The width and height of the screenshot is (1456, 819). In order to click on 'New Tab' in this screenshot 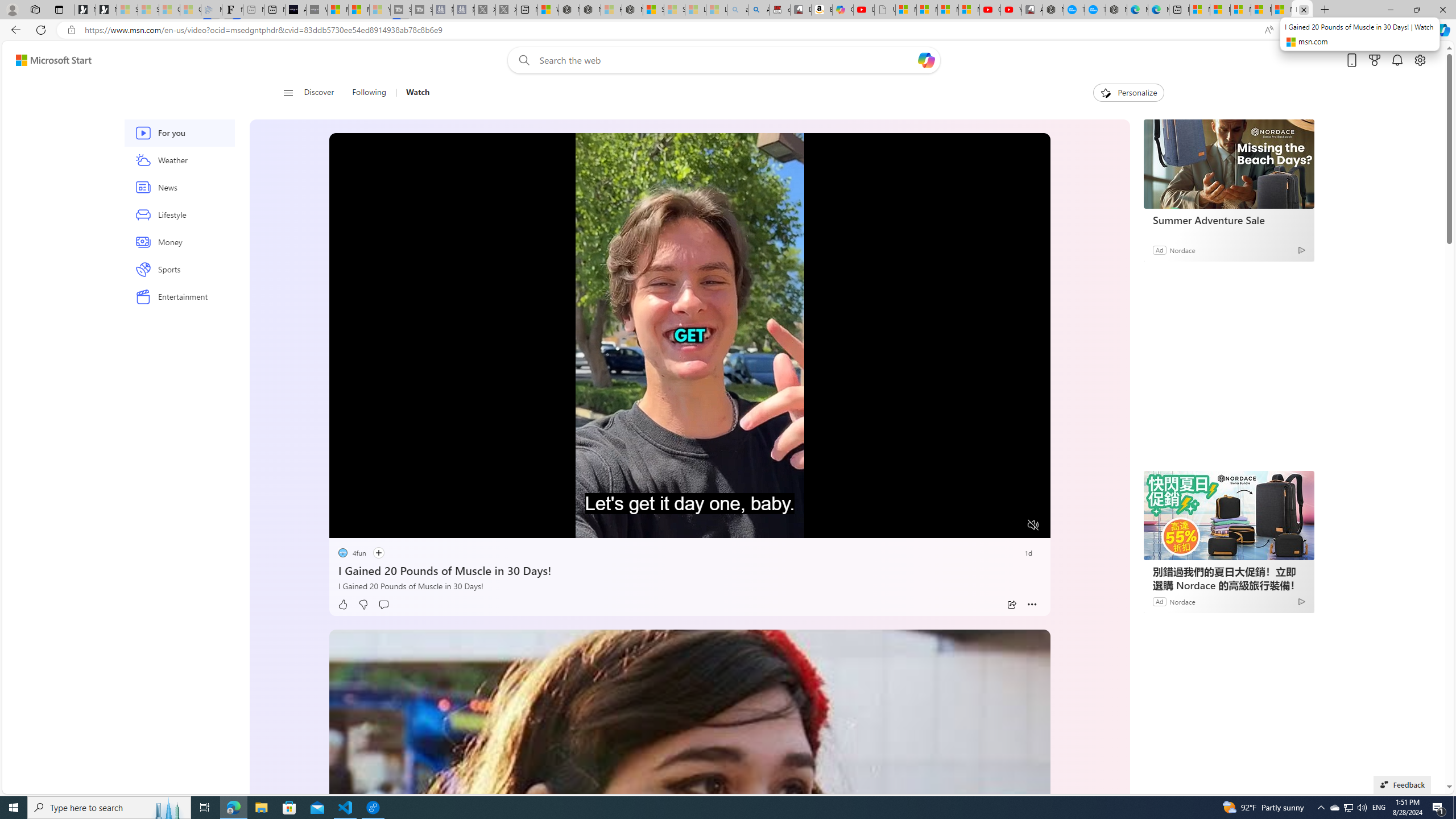, I will do `click(1325, 9)`.